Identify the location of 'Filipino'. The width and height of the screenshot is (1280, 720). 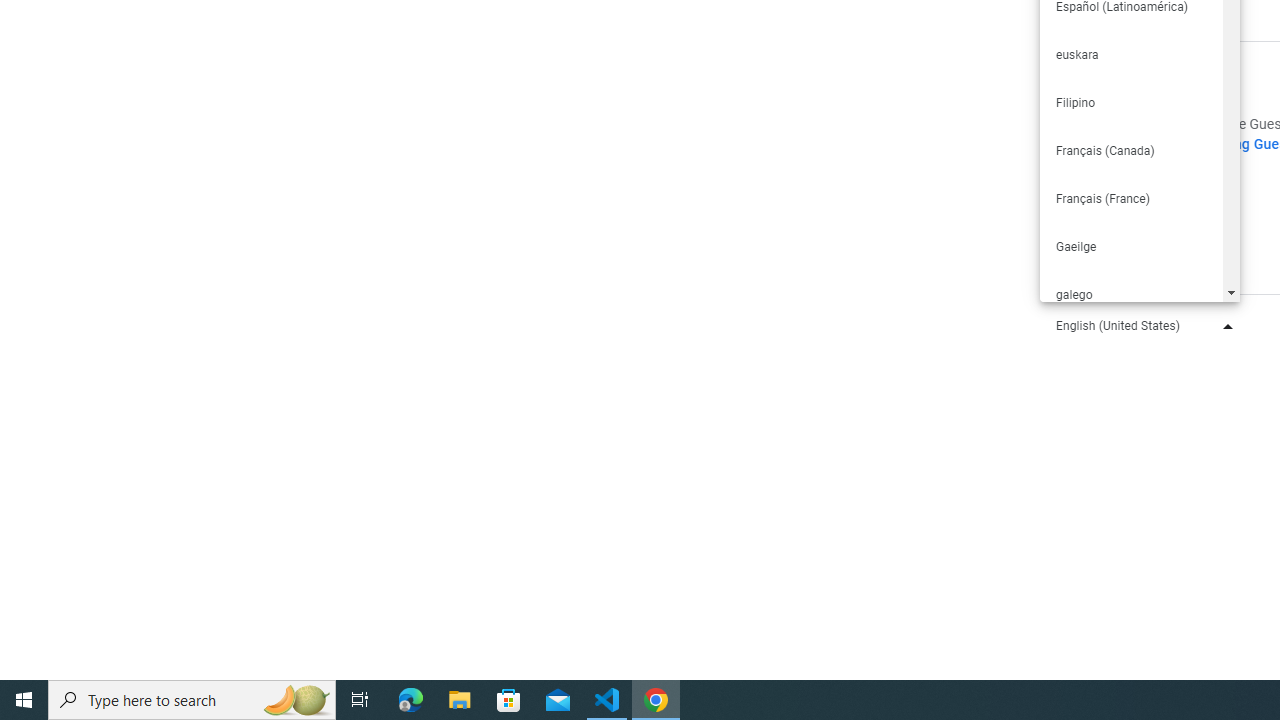
(1130, 102).